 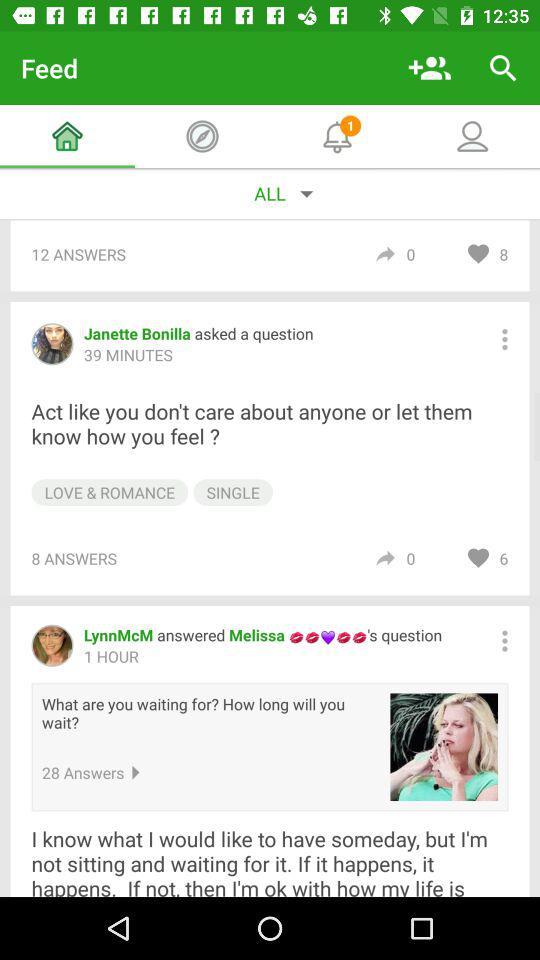 I want to click on the item to the right of what are you item, so click(x=444, y=746).